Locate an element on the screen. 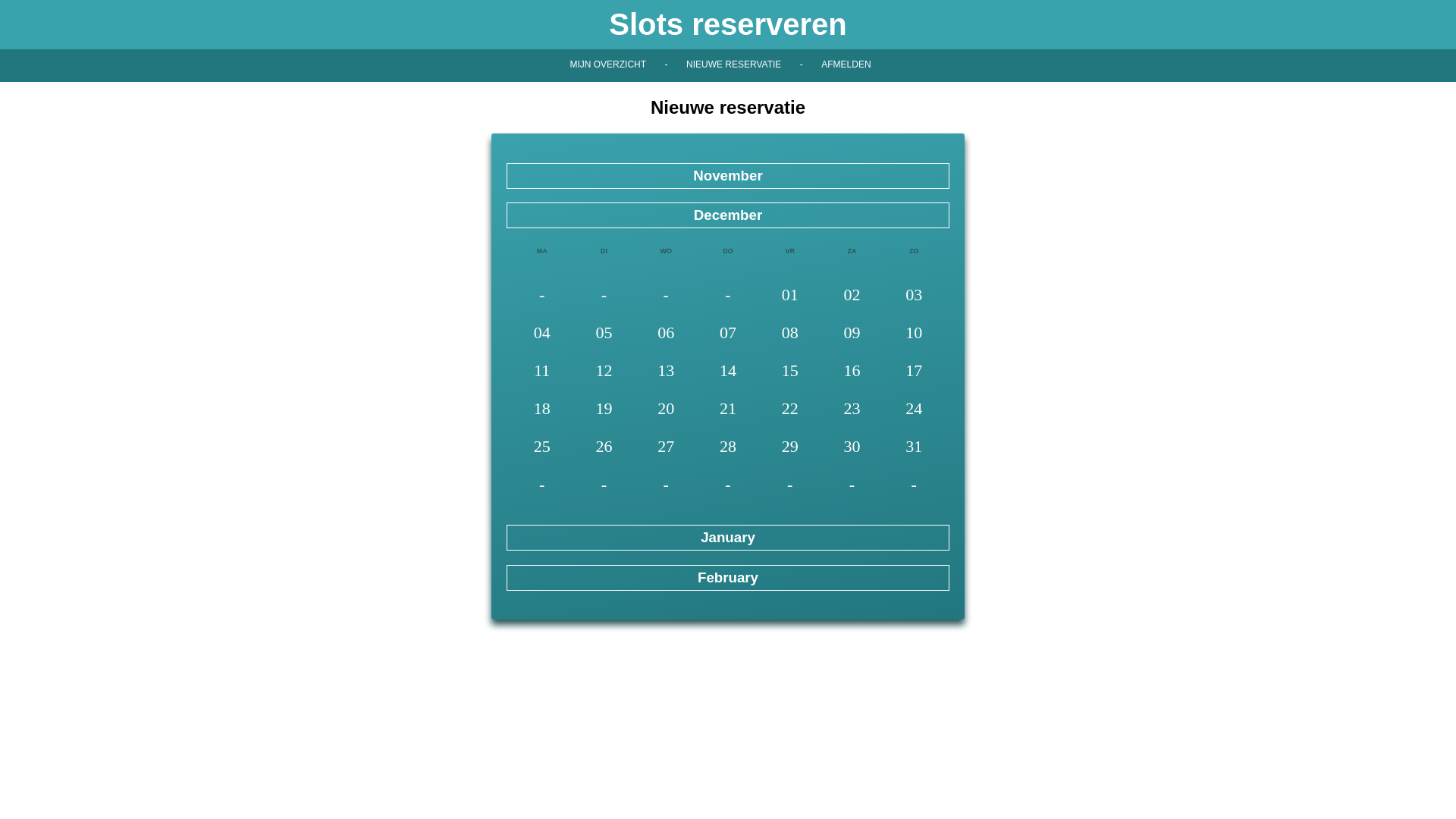 The width and height of the screenshot is (1456, 819). '28' is located at coordinates (728, 447).